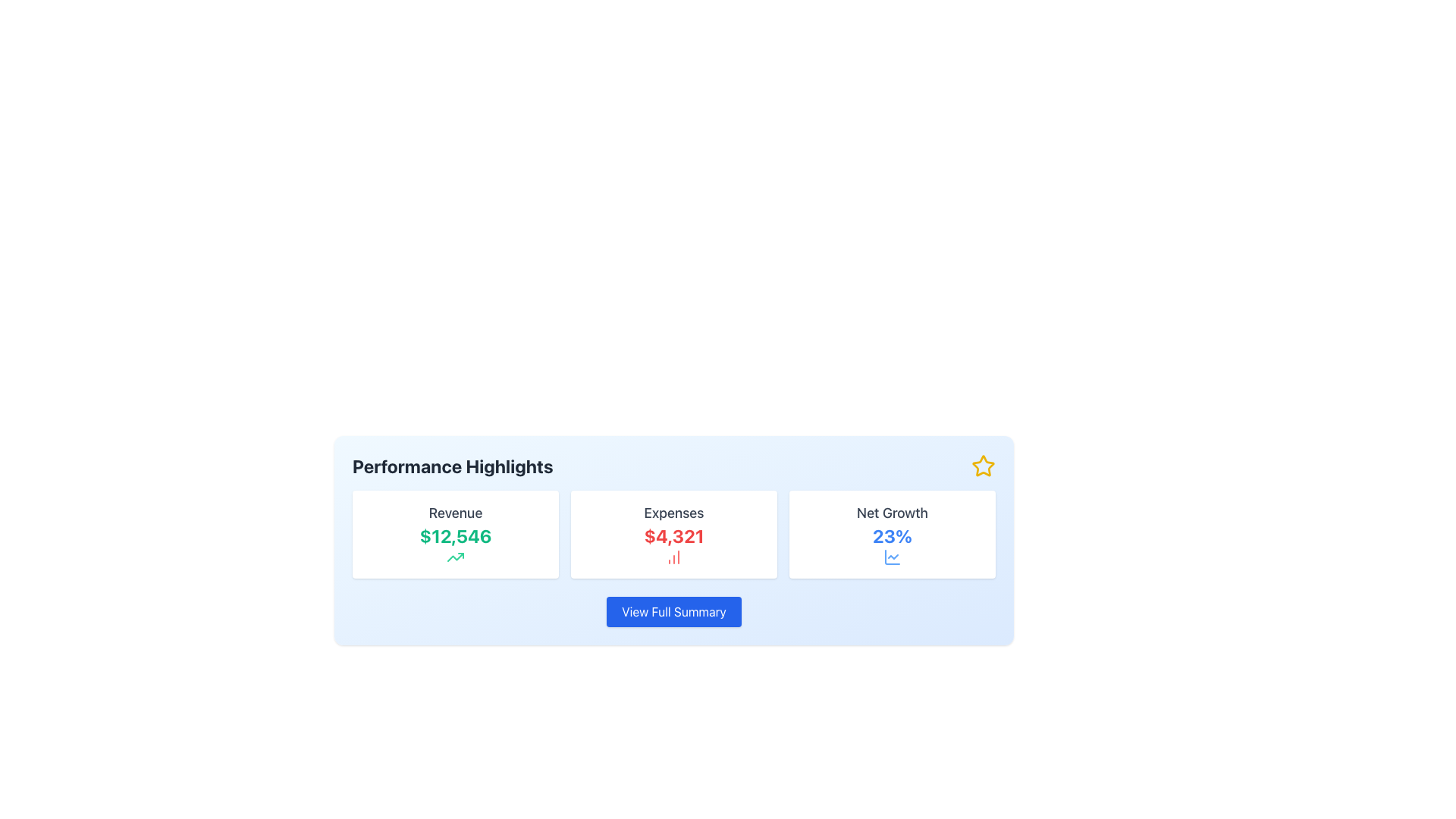 This screenshot has width=1456, height=819. I want to click on the 'View Full Summary' button, which is a rectangular button with a blue background and white text, located below the summary panels for Revenue, Expenses, and Net Growth, so click(673, 610).